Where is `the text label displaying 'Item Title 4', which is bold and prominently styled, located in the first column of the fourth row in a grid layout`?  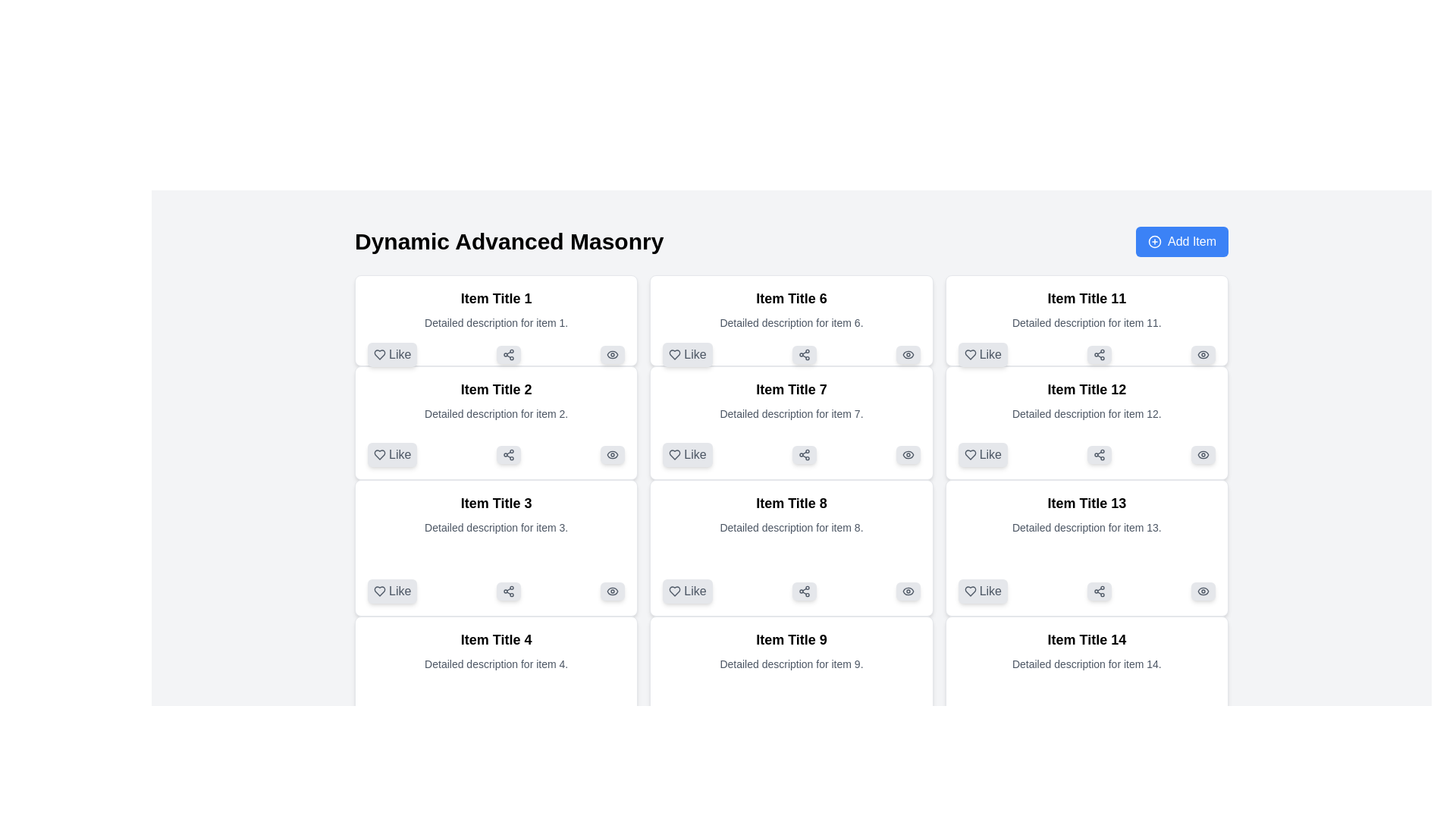
the text label displaying 'Item Title 4', which is bold and prominently styled, located in the first column of the fourth row in a grid layout is located at coordinates (496, 640).